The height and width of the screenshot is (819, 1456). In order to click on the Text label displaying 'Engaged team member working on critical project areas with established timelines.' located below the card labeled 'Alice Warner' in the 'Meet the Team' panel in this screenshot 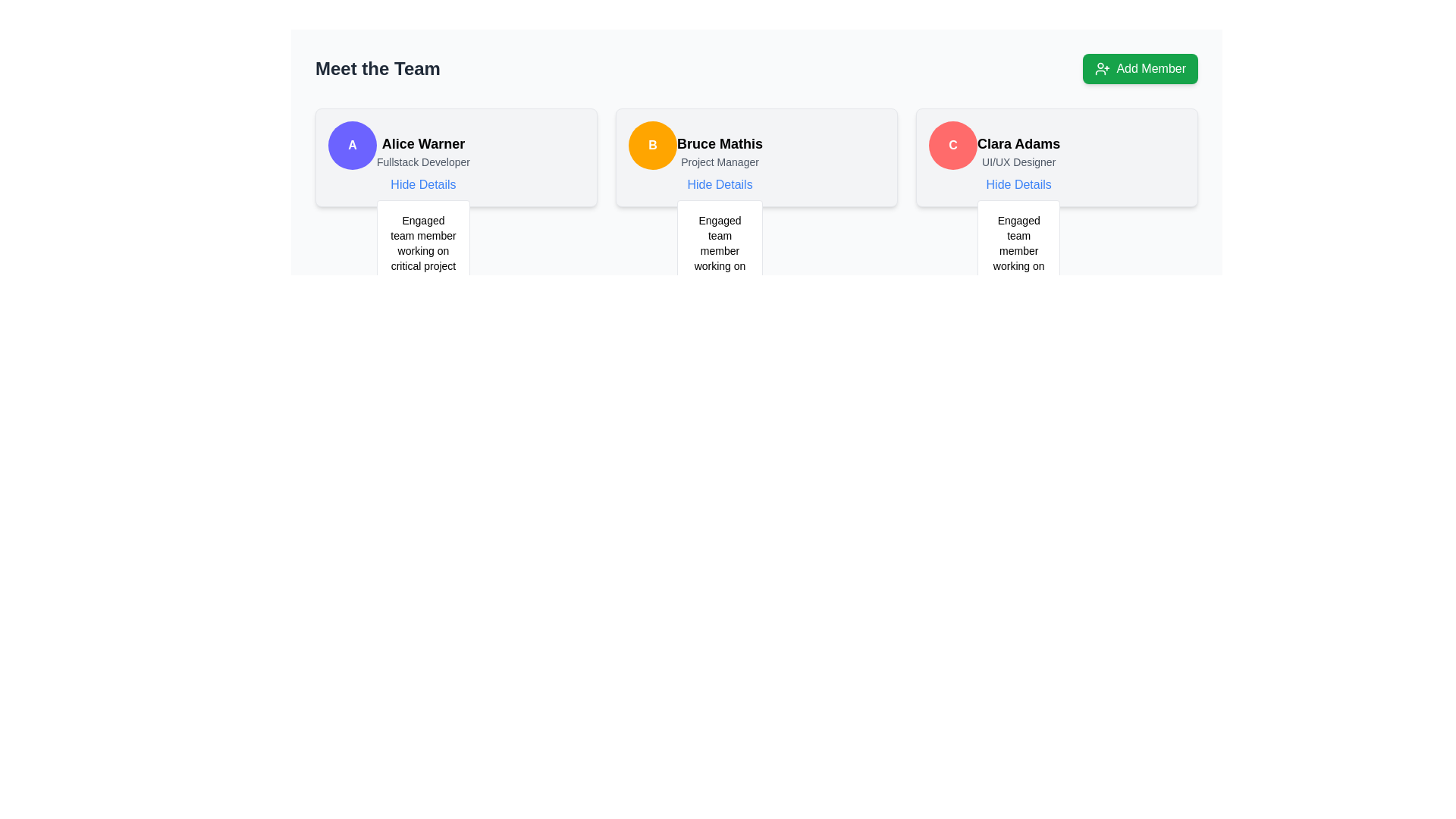, I will do `click(423, 265)`.